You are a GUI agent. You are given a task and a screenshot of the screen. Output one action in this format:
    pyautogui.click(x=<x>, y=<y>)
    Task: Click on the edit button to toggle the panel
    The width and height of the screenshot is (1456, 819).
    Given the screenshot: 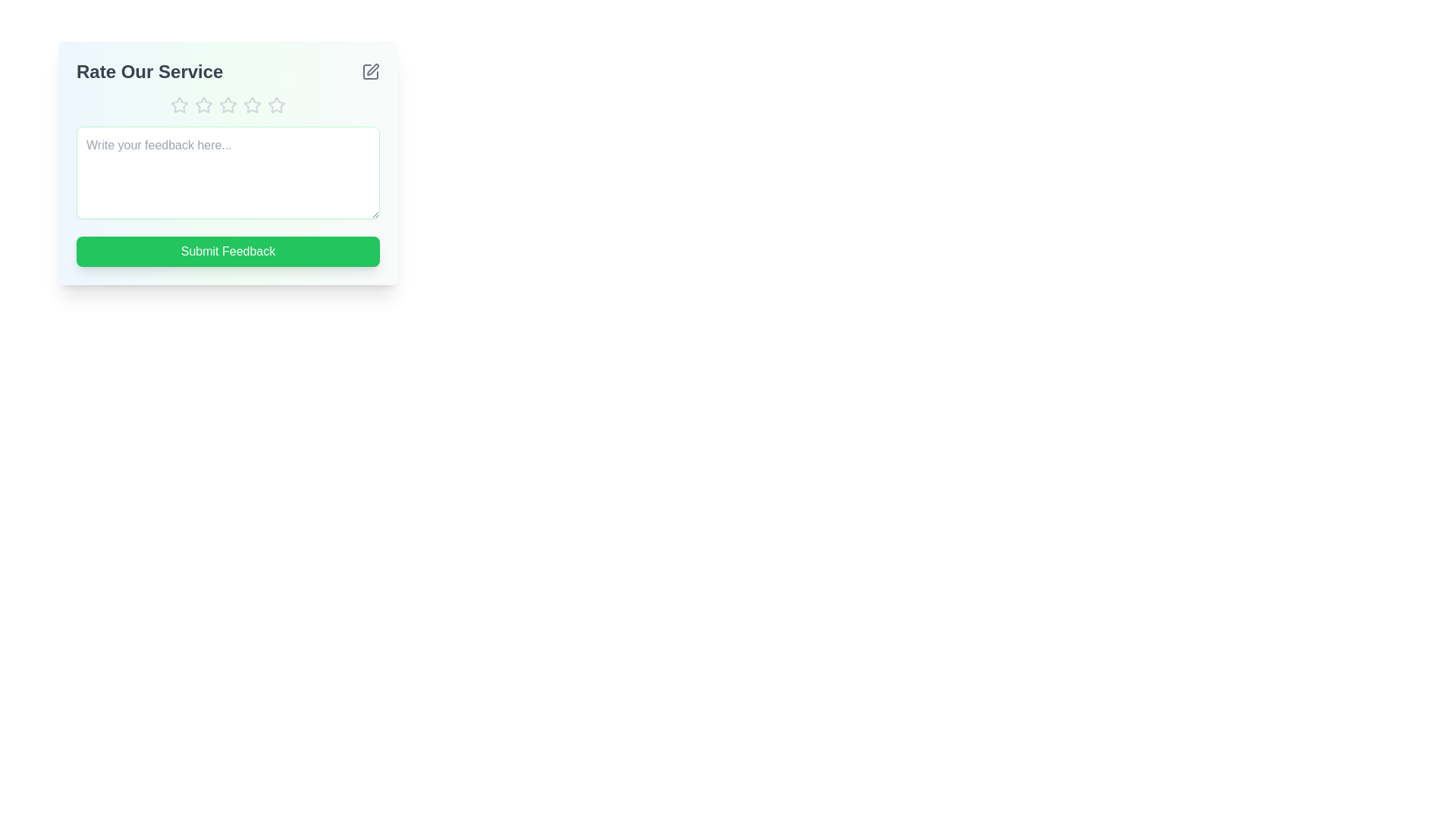 What is the action you would take?
    pyautogui.click(x=371, y=72)
    